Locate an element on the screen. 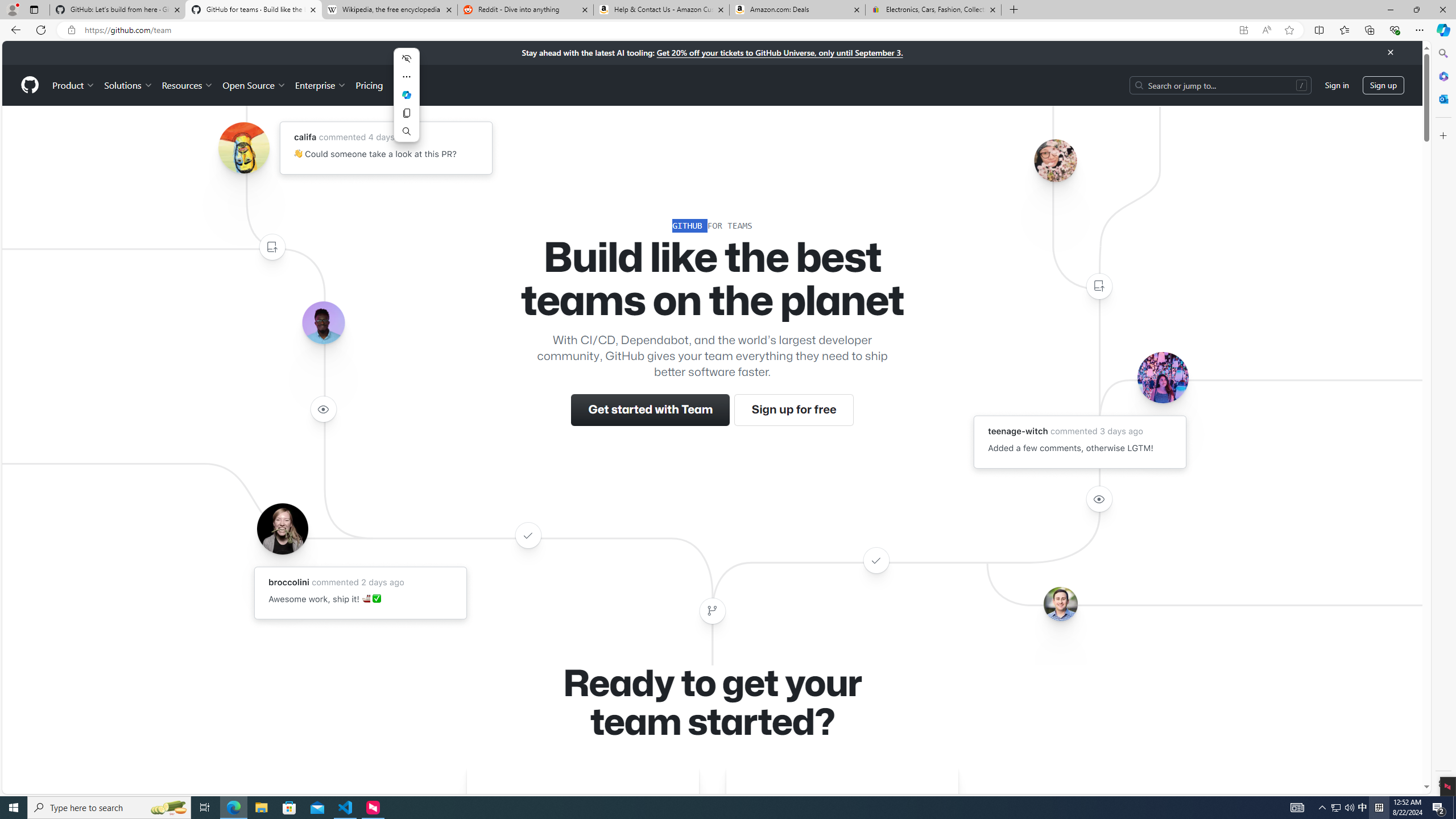 The image size is (1456, 819). 'Pricing' is located at coordinates (369, 85).